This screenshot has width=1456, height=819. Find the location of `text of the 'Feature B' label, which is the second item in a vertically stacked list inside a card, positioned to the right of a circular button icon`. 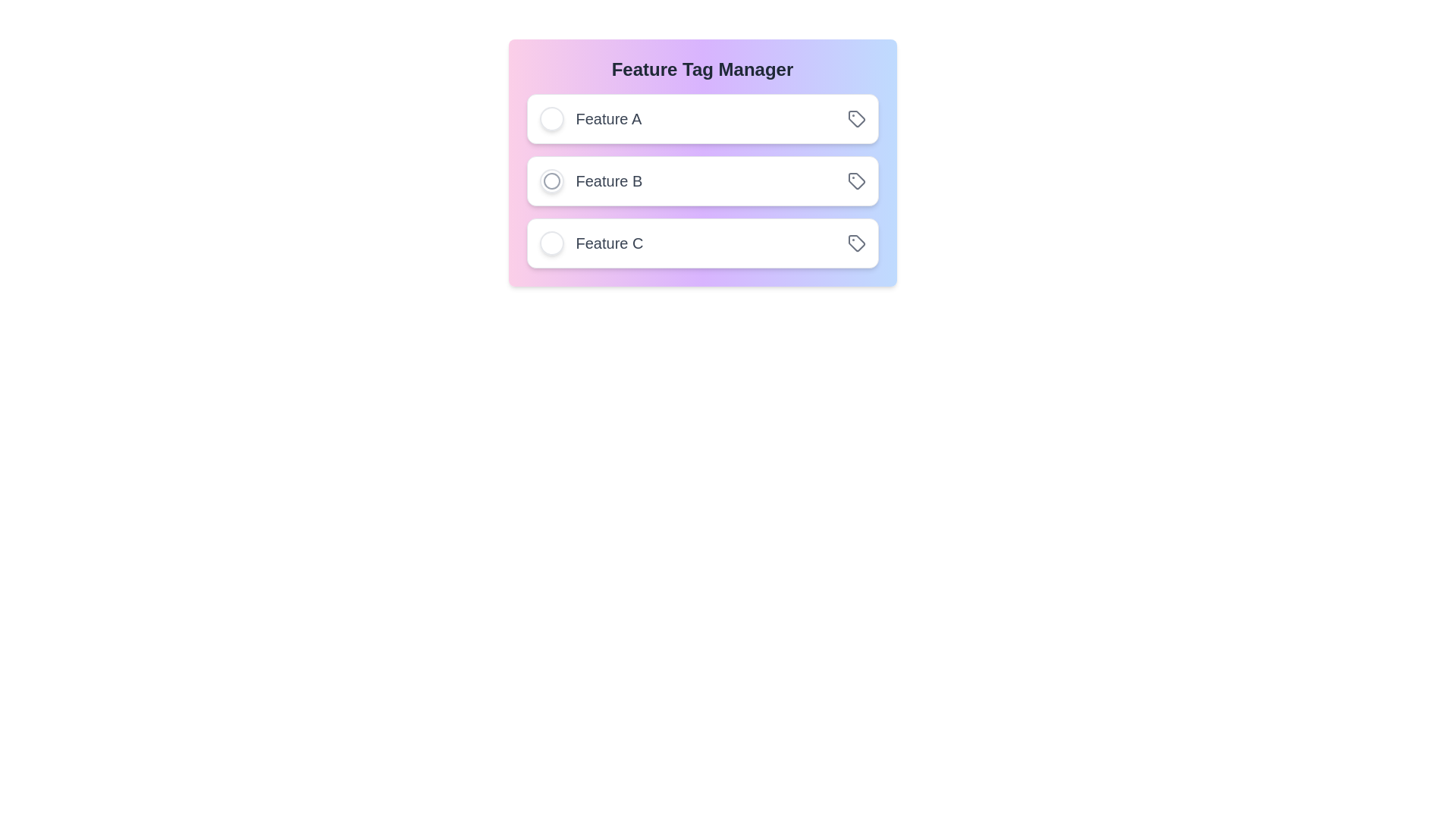

text of the 'Feature B' label, which is the second item in a vertically stacked list inside a card, positioned to the right of a circular button icon is located at coordinates (590, 180).